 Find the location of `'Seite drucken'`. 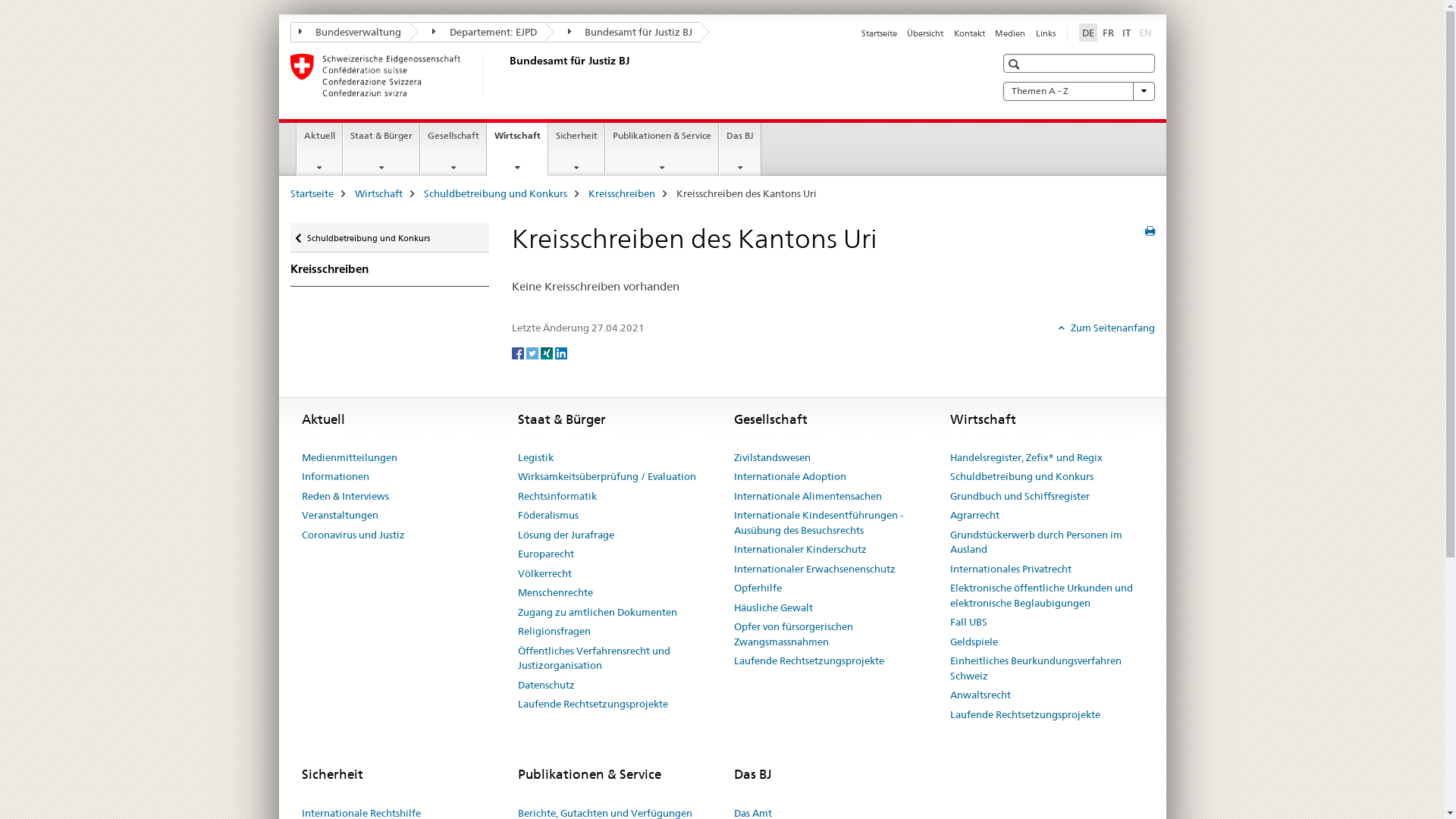

'Seite drucken' is located at coordinates (1150, 231).